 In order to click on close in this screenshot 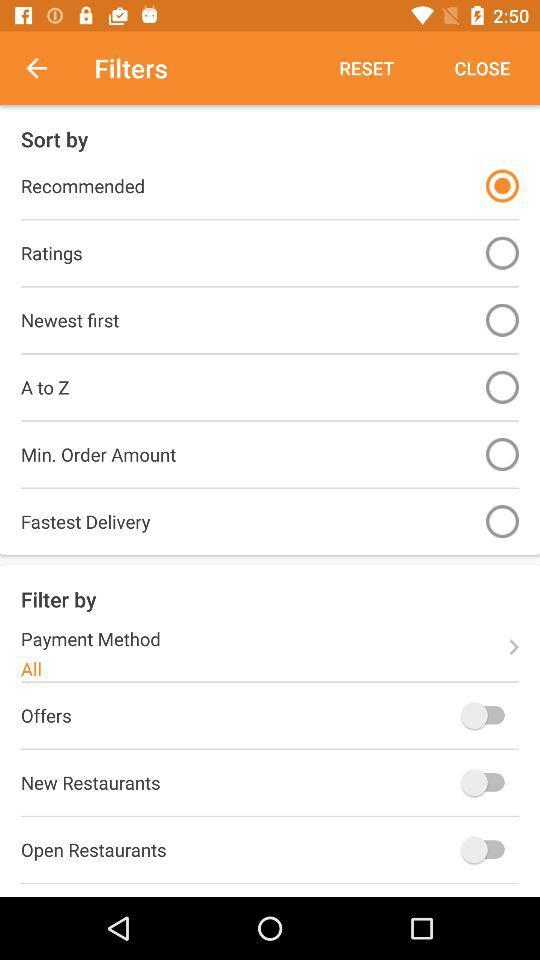, I will do `click(481, 68)`.